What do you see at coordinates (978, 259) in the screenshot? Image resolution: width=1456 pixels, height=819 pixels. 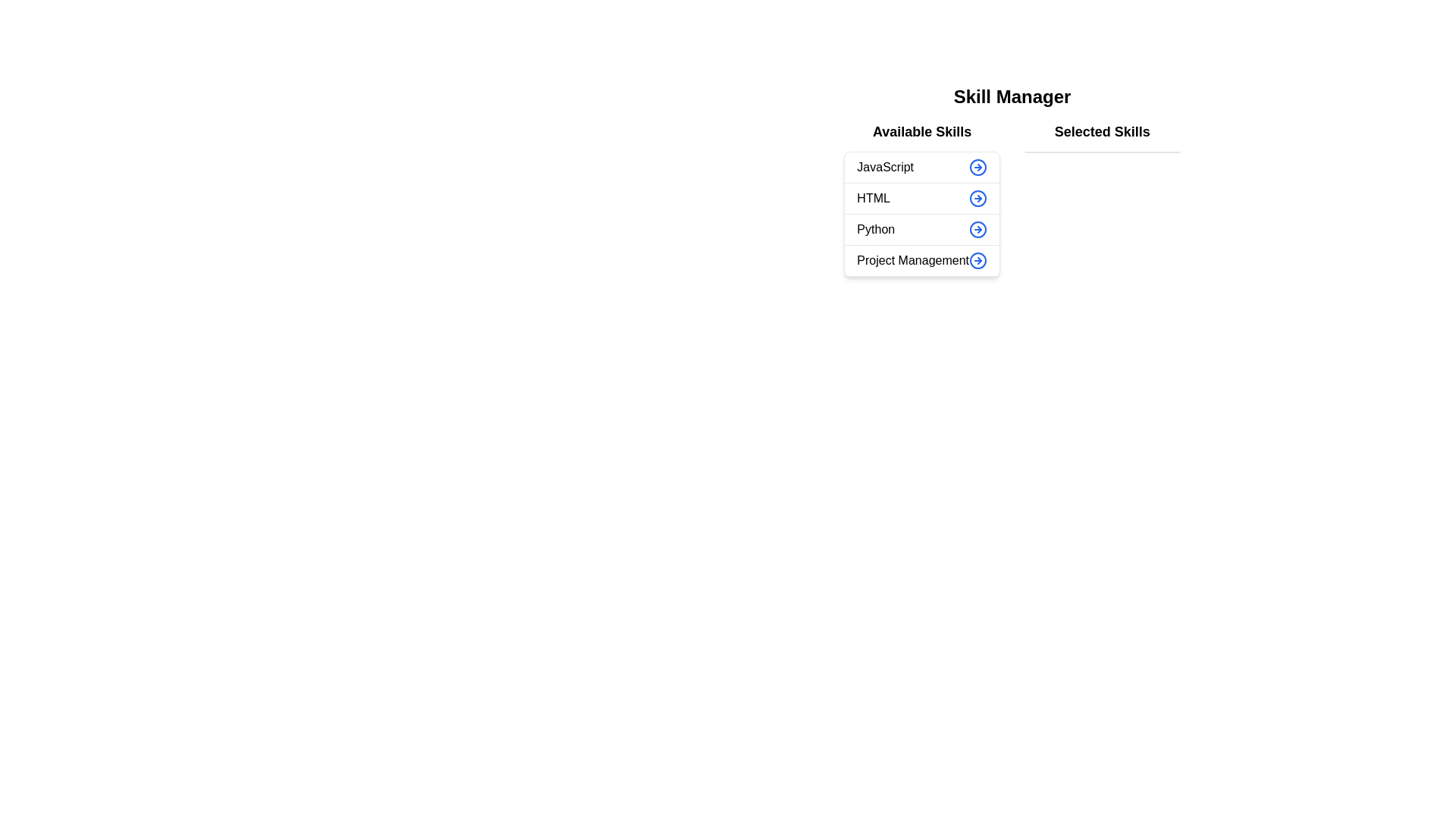 I see `arrow button next to the skill 'Project Management' in the 'Available Skills' list to transfer it to the 'Selected Skills' list` at bounding box center [978, 259].